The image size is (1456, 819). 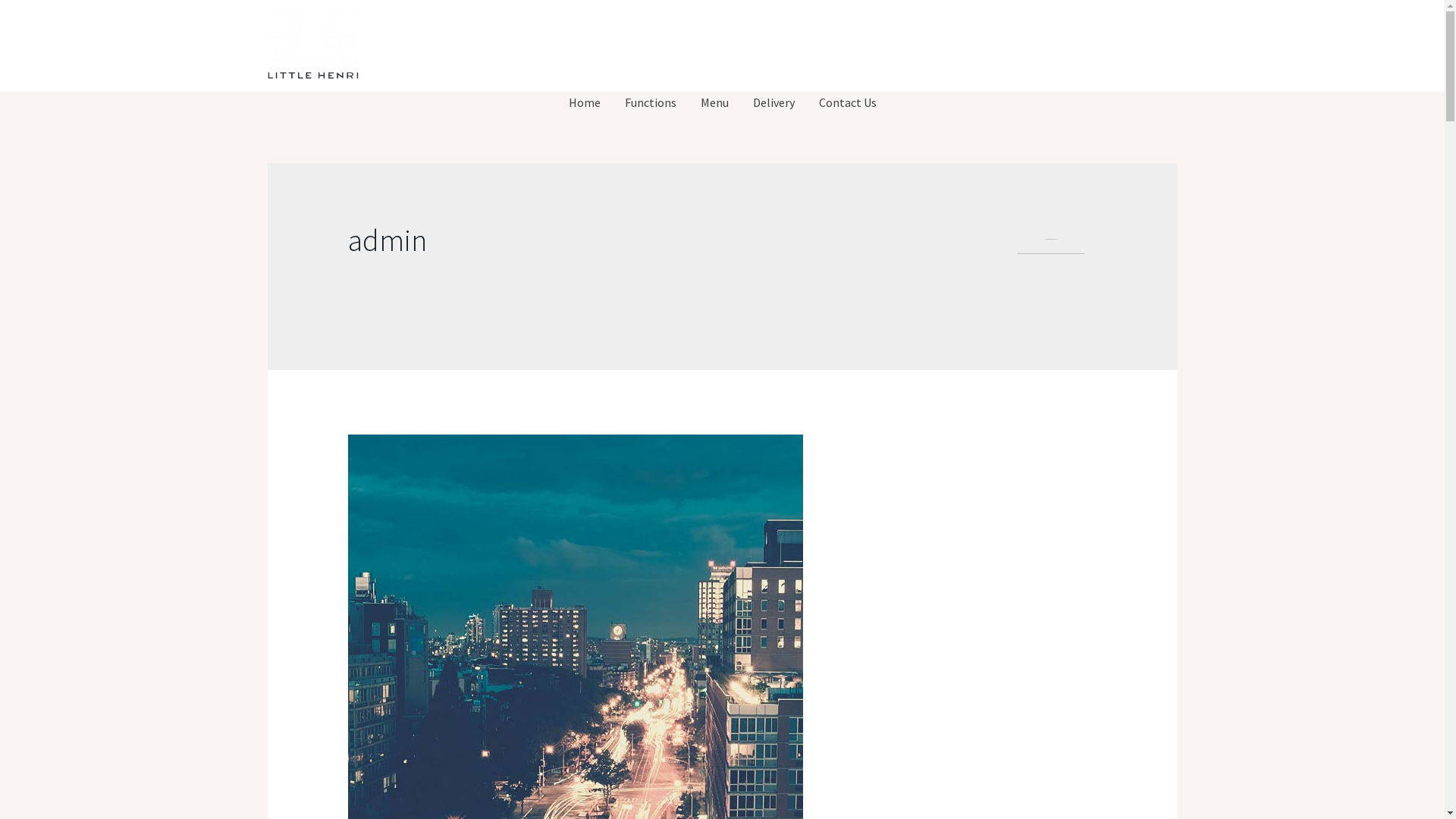 What do you see at coordinates (584, 102) in the screenshot?
I see `'Home'` at bounding box center [584, 102].